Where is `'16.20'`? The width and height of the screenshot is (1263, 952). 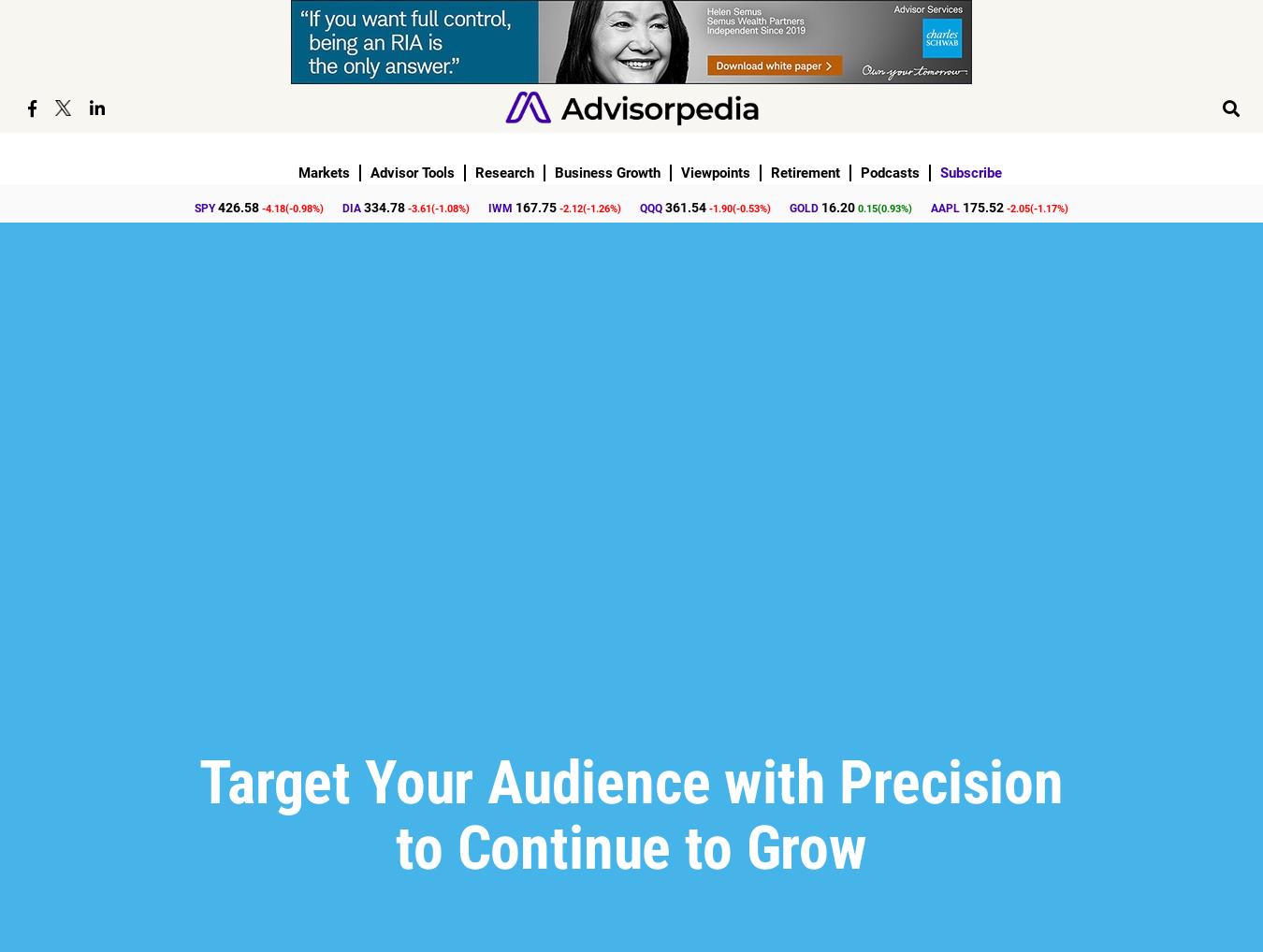
'16.20' is located at coordinates (821, 207).